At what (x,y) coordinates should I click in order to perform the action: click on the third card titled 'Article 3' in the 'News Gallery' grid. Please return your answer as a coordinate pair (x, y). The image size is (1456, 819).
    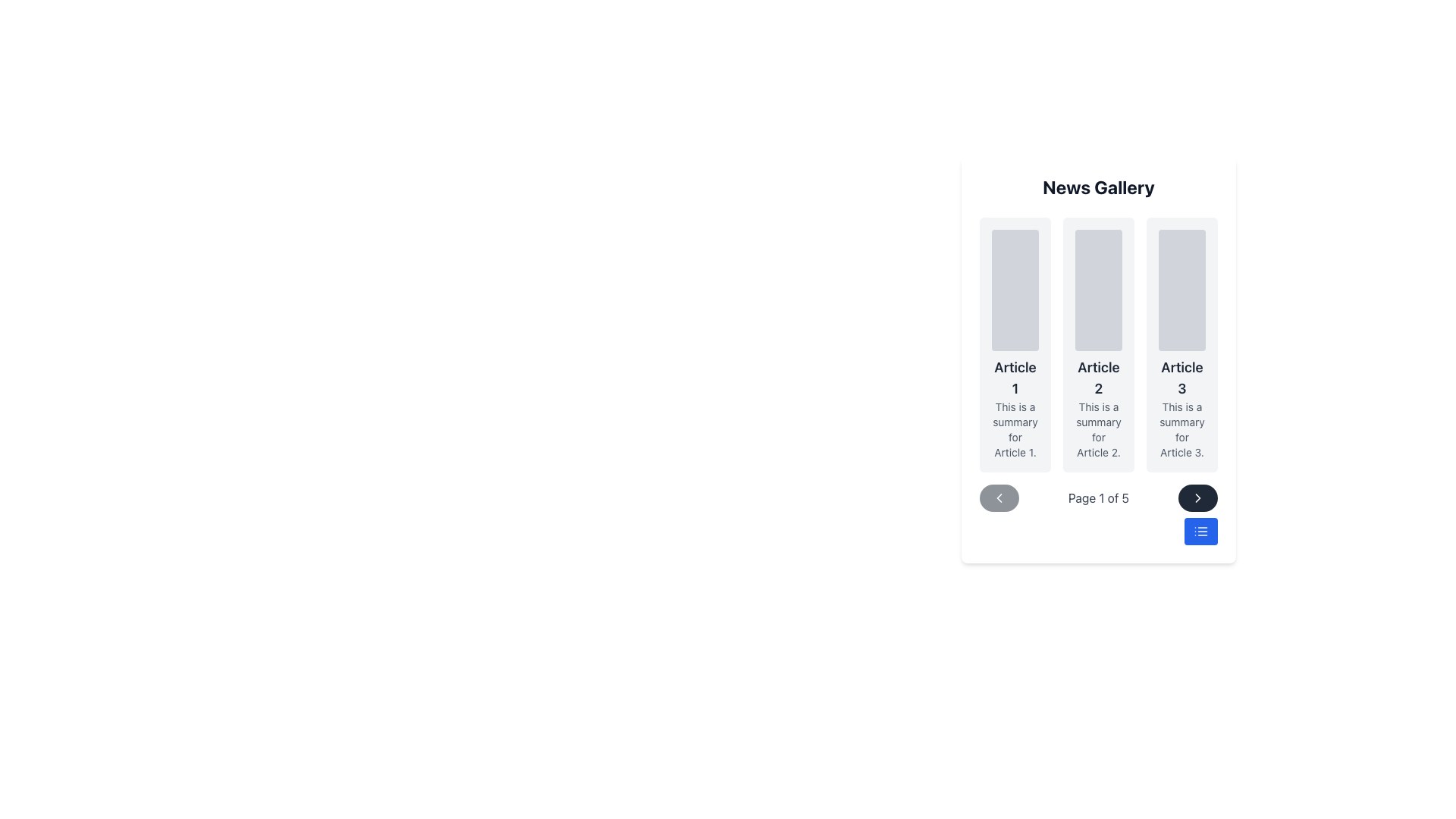
    Looking at the image, I should click on (1181, 345).